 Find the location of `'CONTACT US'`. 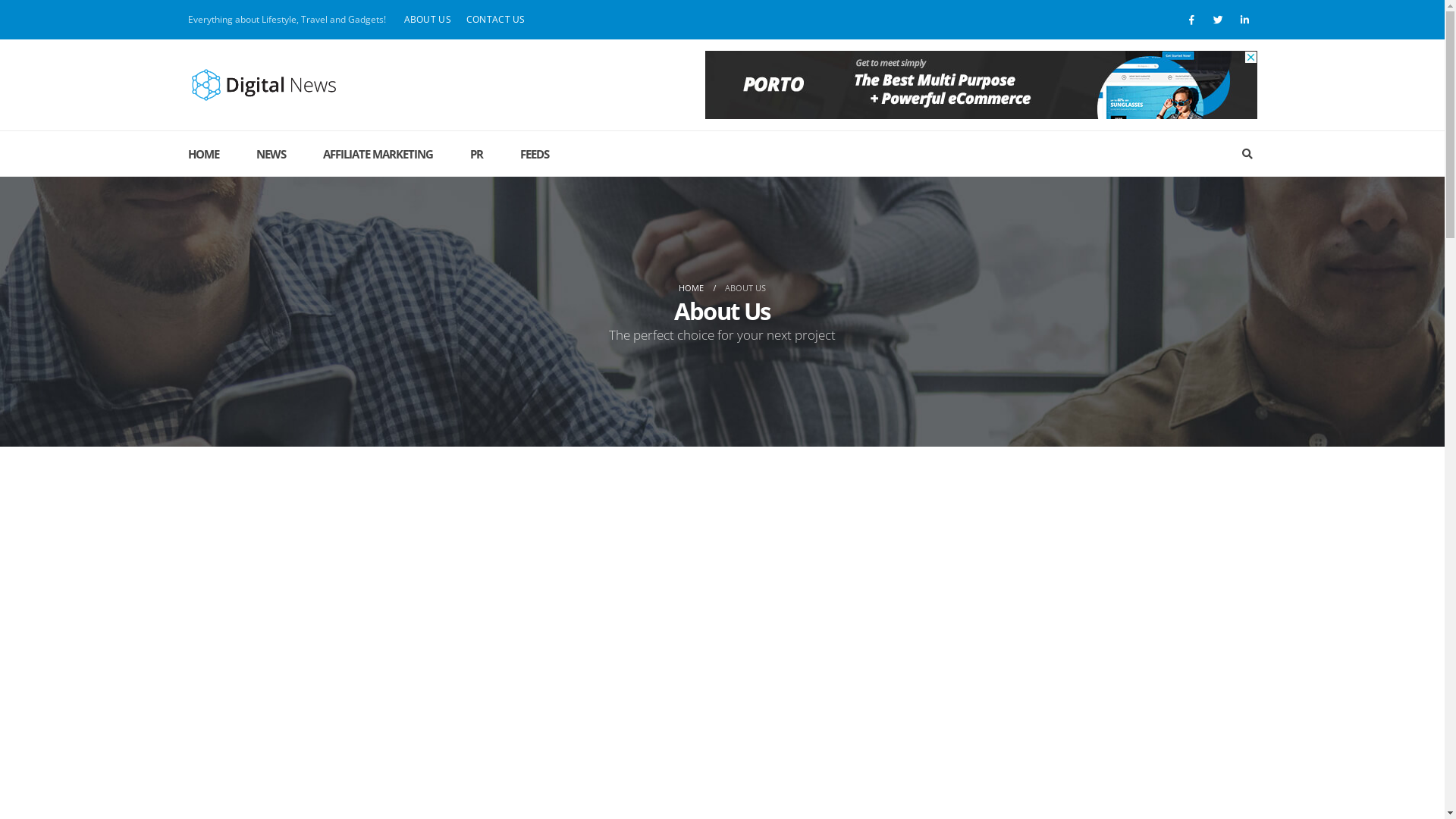

'CONTACT US' is located at coordinates (495, 20).